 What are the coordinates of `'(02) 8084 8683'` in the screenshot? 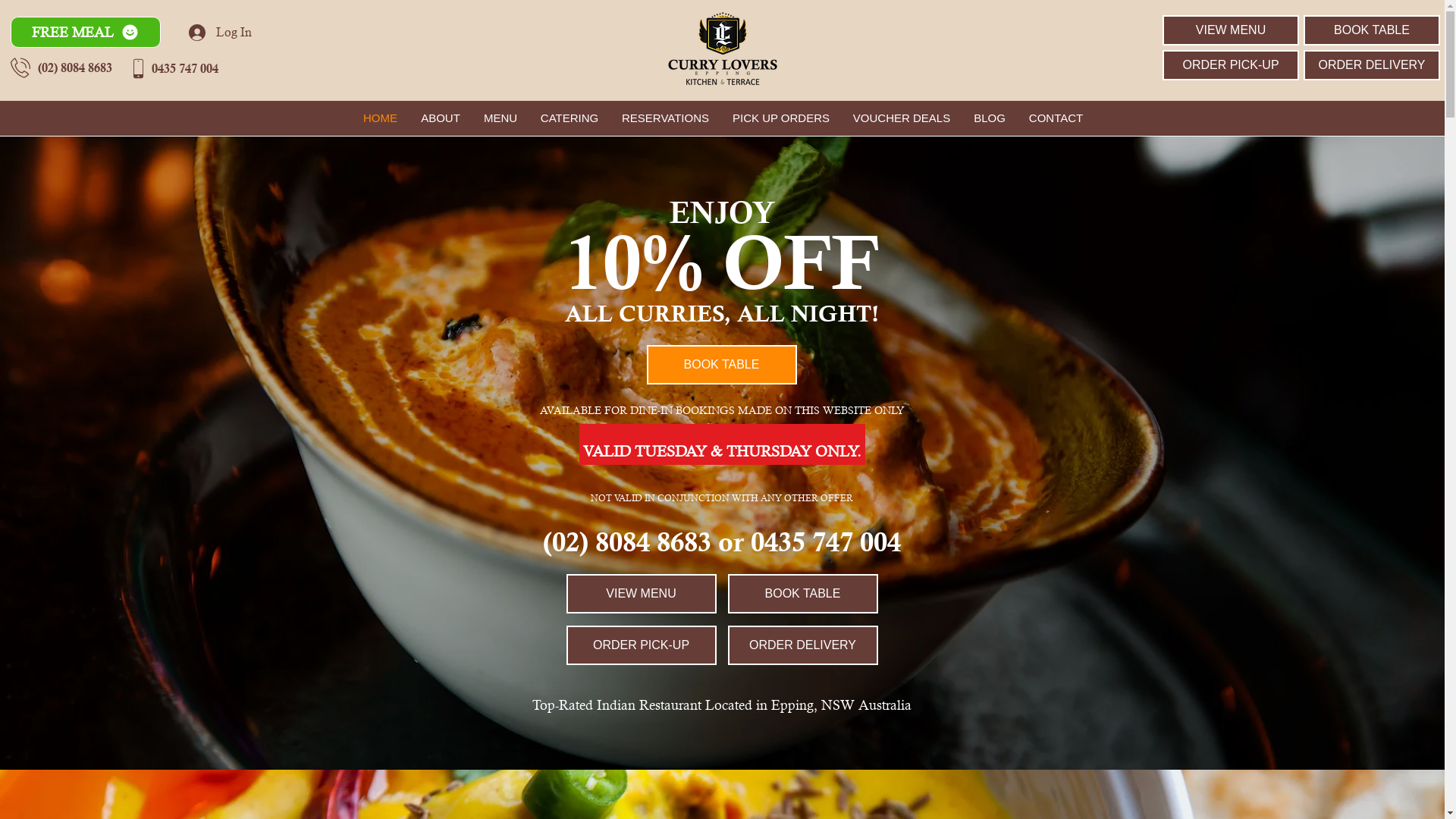 It's located at (74, 66).